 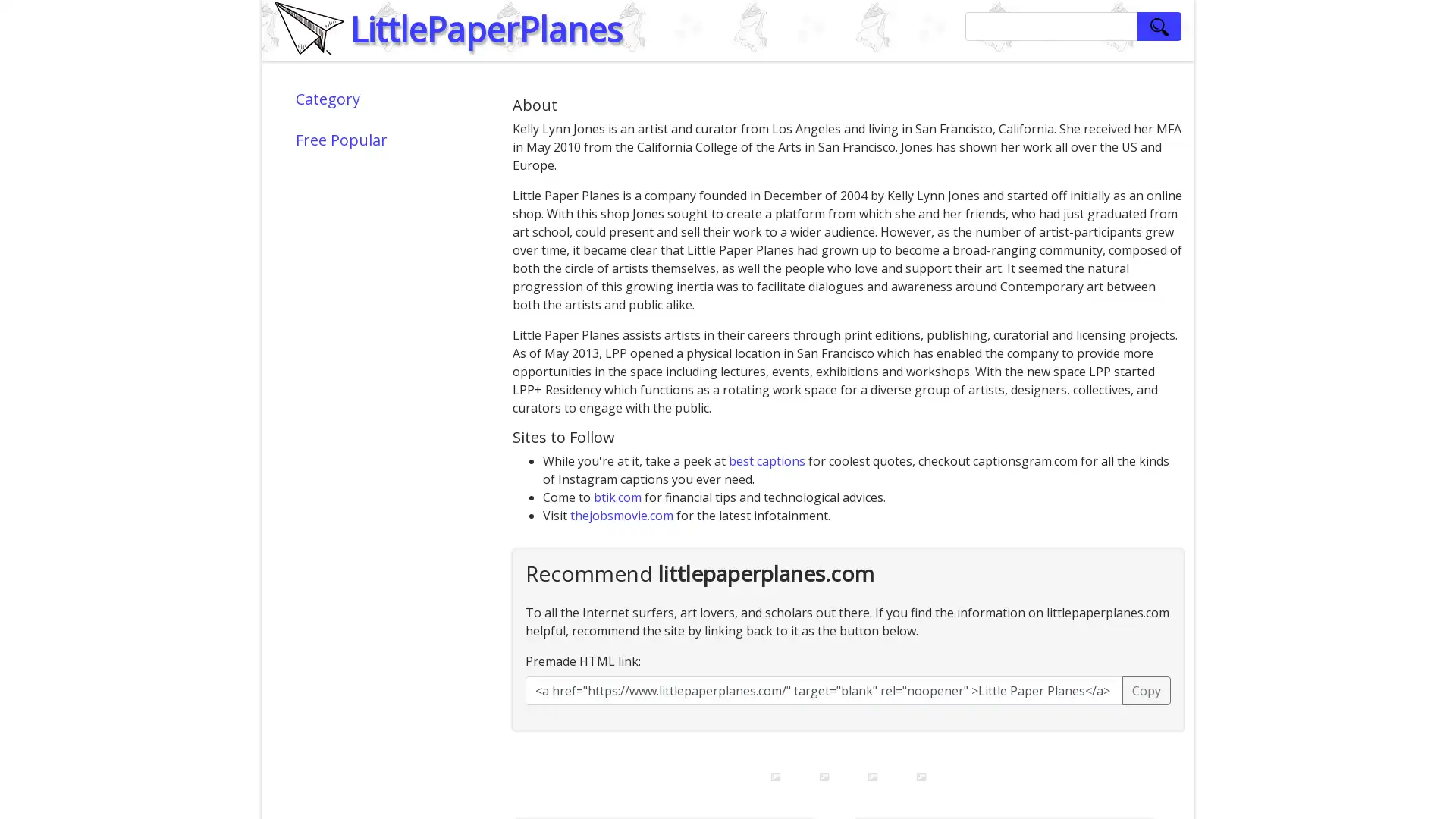 I want to click on Copy, so click(x=1147, y=690).